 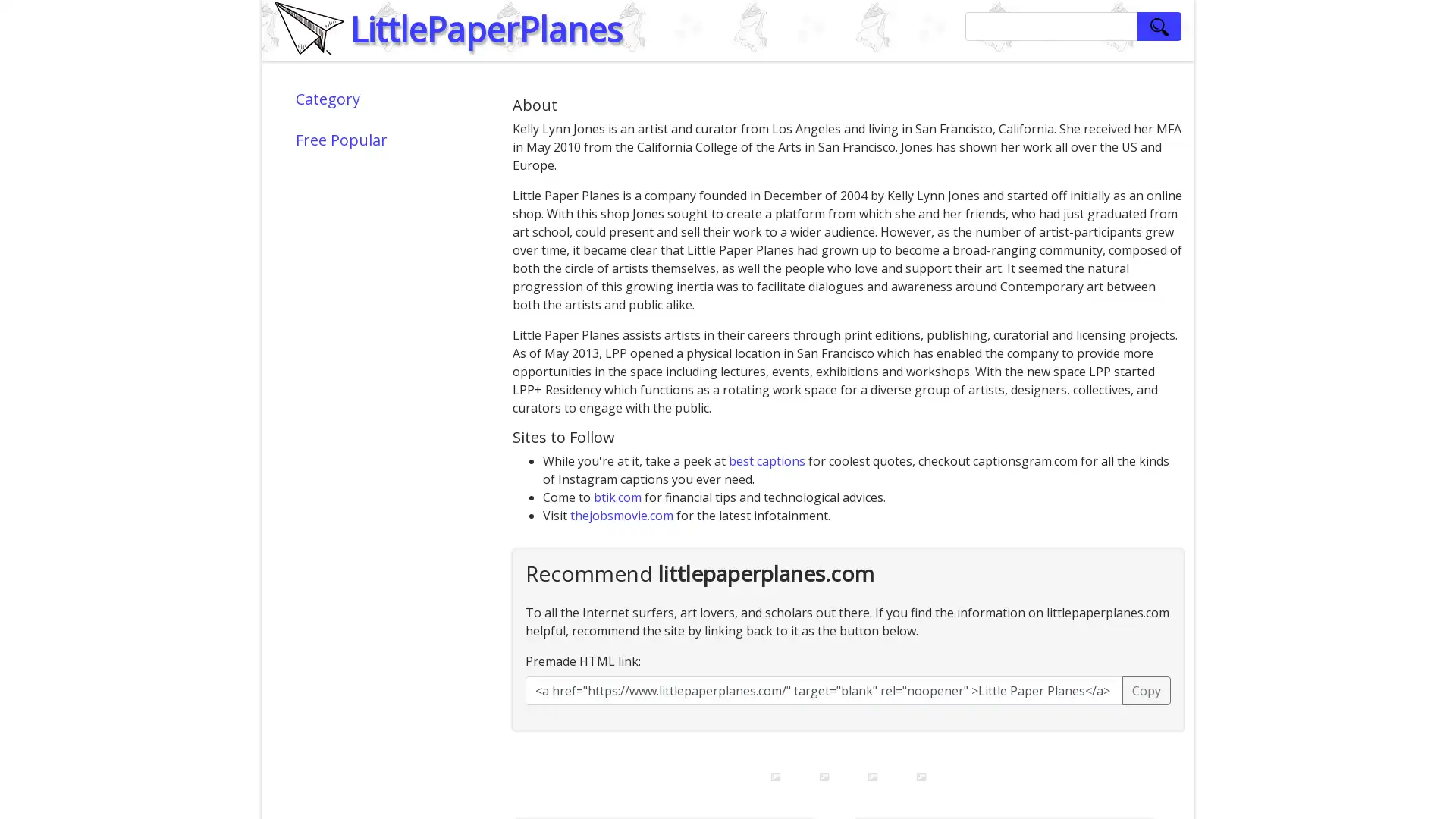 I want to click on Copy, so click(x=1147, y=690).